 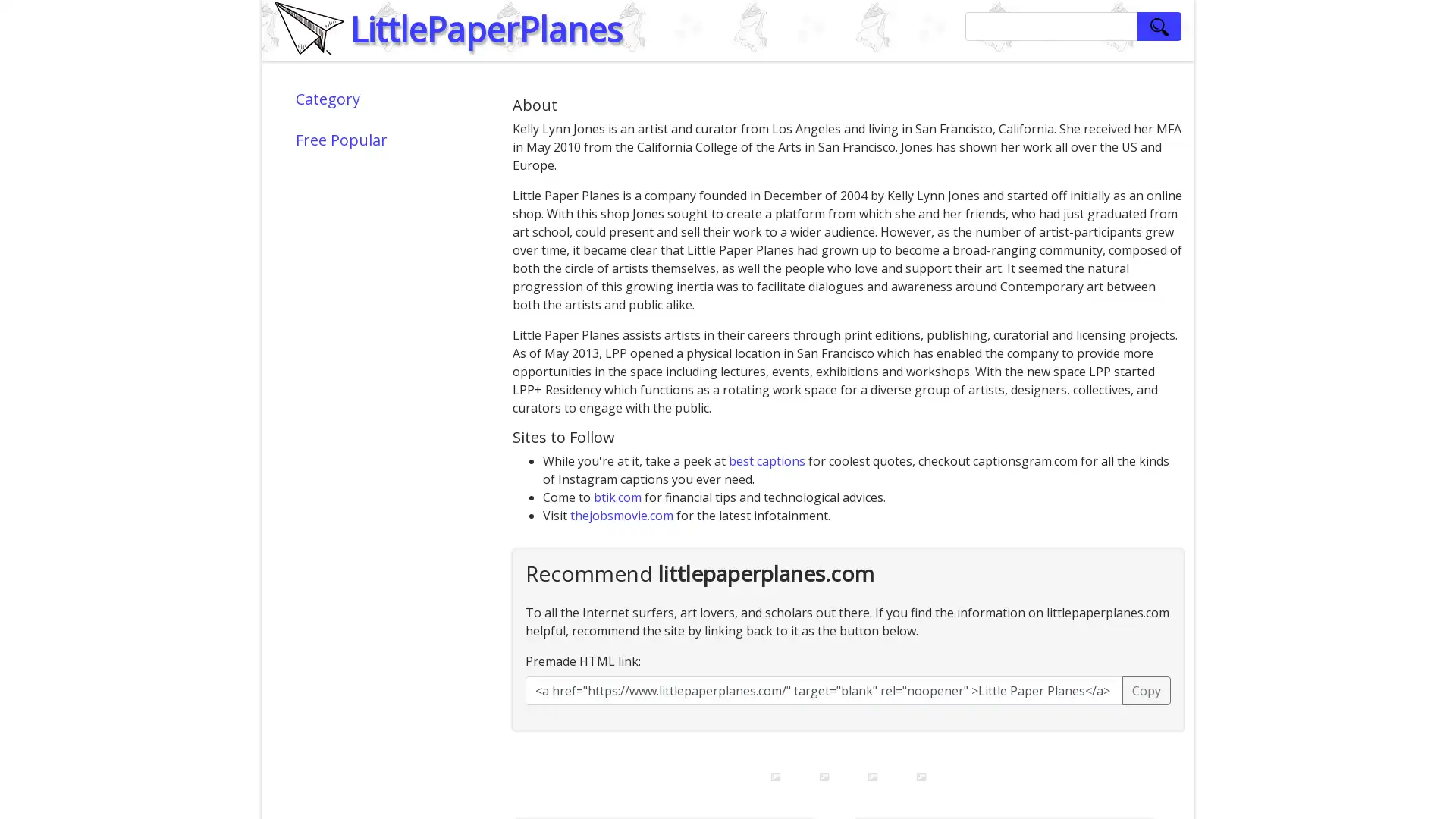 I want to click on Copy, so click(x=1147, y=690).